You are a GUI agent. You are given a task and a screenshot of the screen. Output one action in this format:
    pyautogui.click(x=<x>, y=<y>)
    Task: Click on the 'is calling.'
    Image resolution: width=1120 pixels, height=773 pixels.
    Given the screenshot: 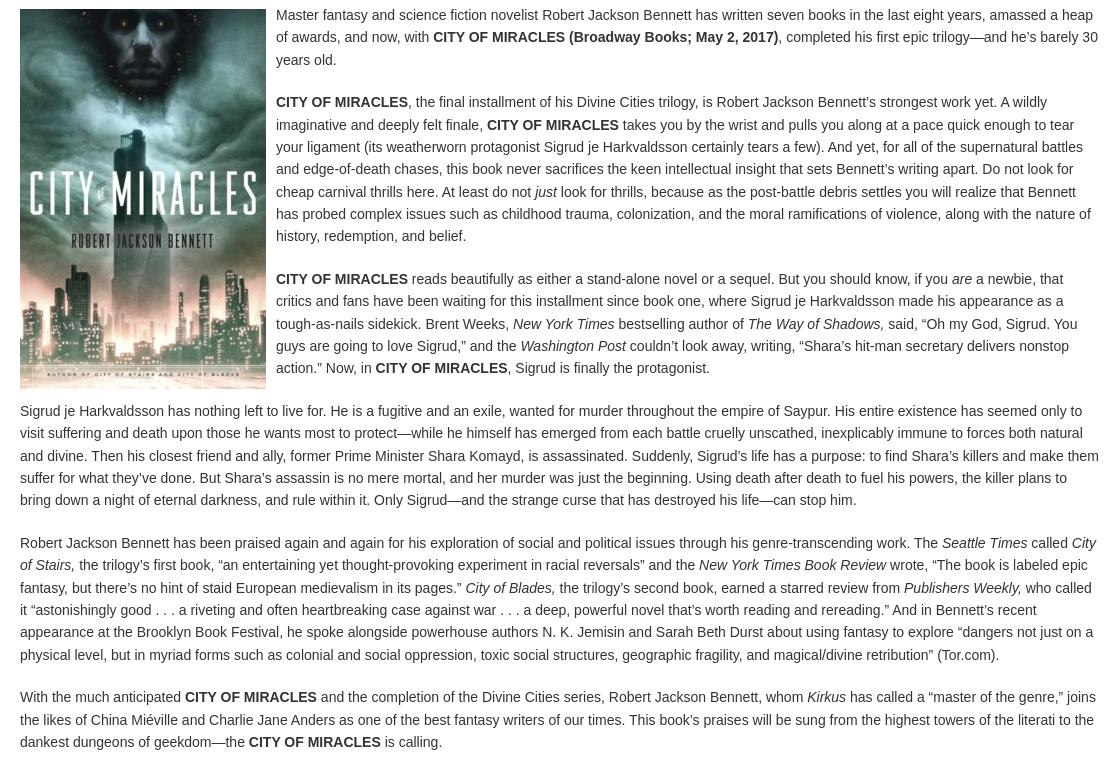 What is the action you would take?
    pyautogui.click(x=410, y=739)
    